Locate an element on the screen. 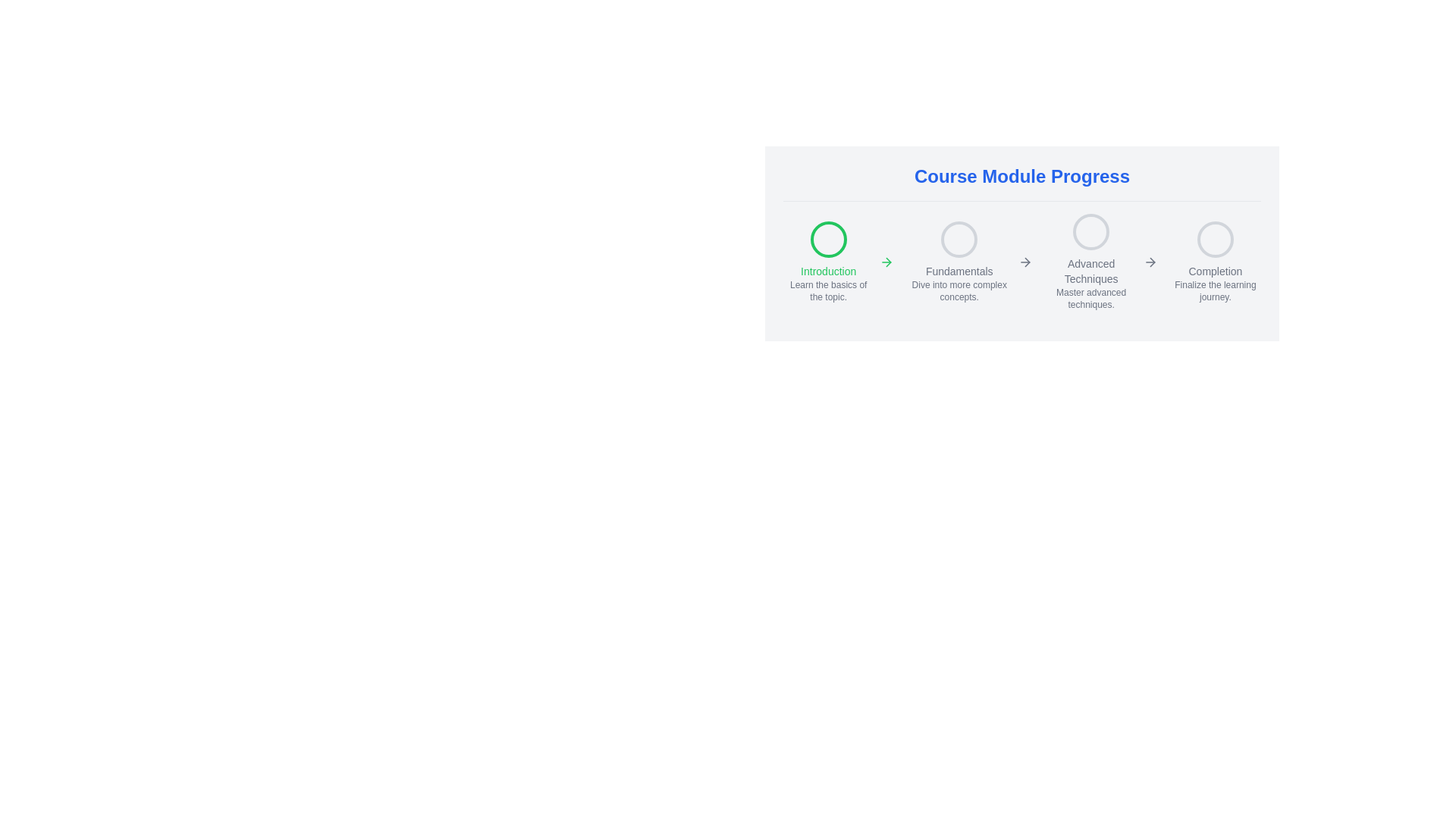 The height and width of the screenshot is (819, 1456). the Interactive module indicator for the 'Introduction' section of the course module, located to the left of 'Fundamentals', 'Advanced Techniques', and 'Completion' is located at coordinates (838, 262).